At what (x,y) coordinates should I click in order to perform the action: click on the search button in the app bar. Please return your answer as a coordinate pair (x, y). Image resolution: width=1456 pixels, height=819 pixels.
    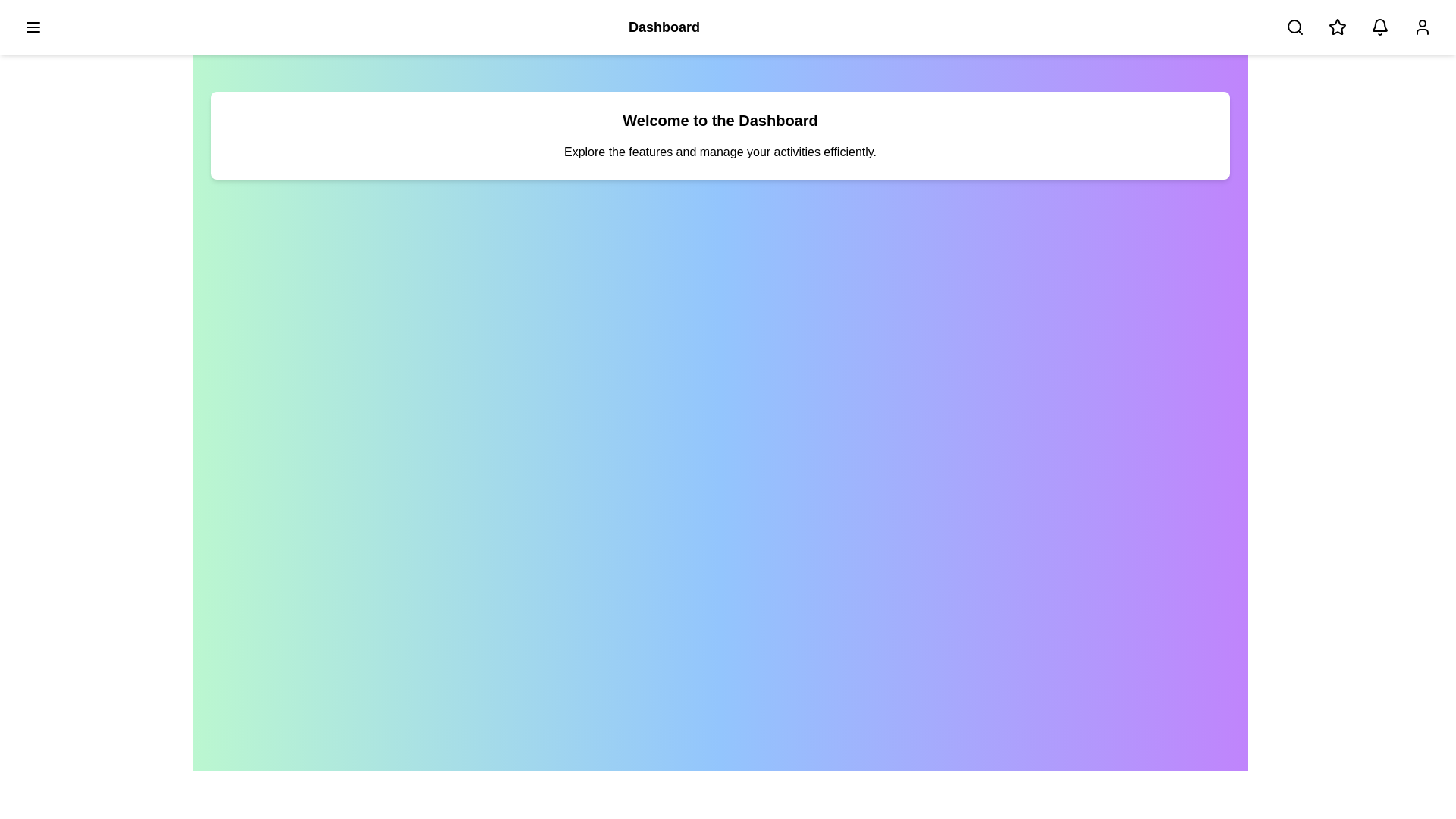
    Looking at the image, I should click on (1294, 27).